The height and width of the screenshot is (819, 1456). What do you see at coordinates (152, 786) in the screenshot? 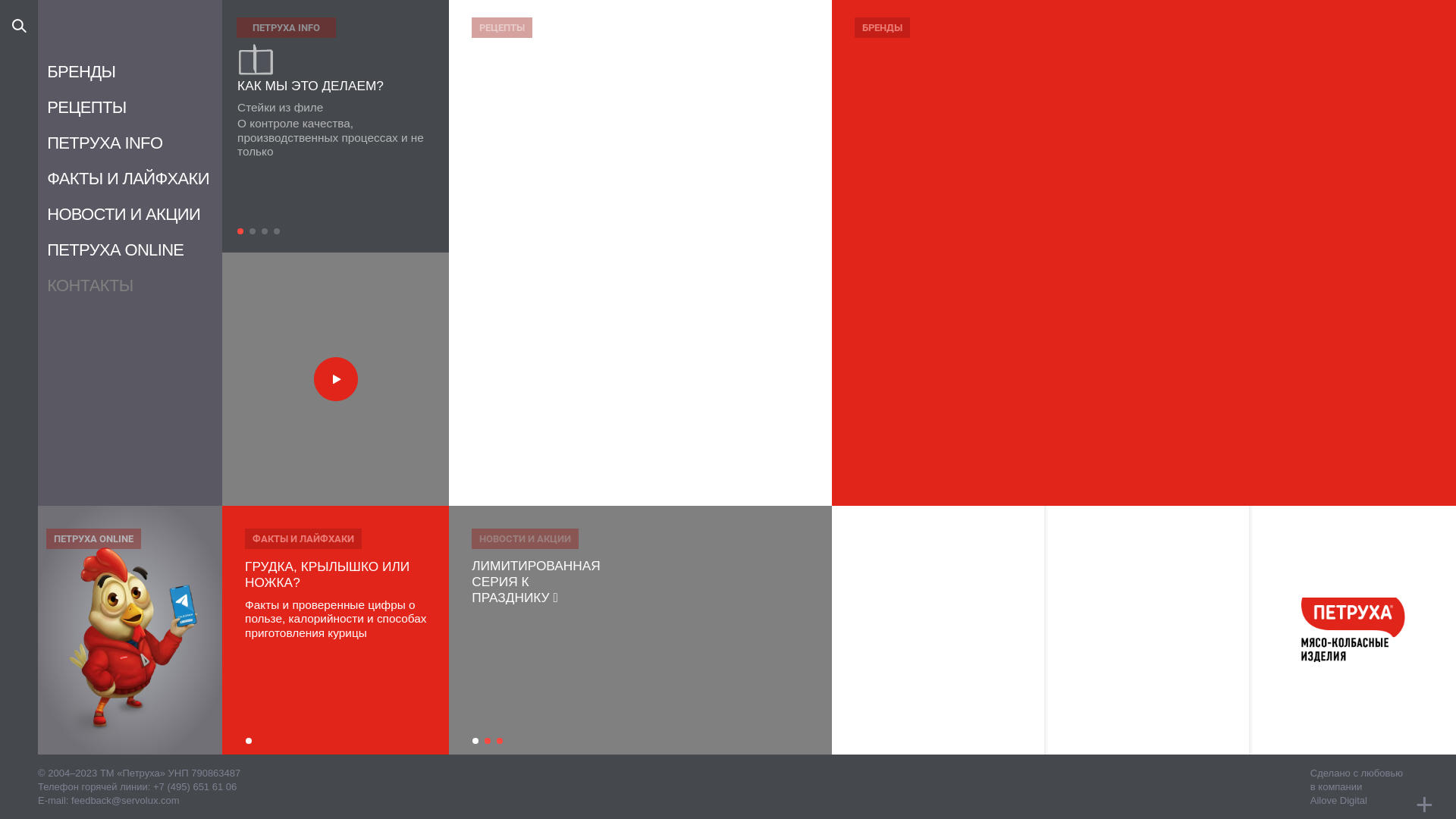
I see `'+7 (495) 651 61 06'` at bounding box center [152, 786].